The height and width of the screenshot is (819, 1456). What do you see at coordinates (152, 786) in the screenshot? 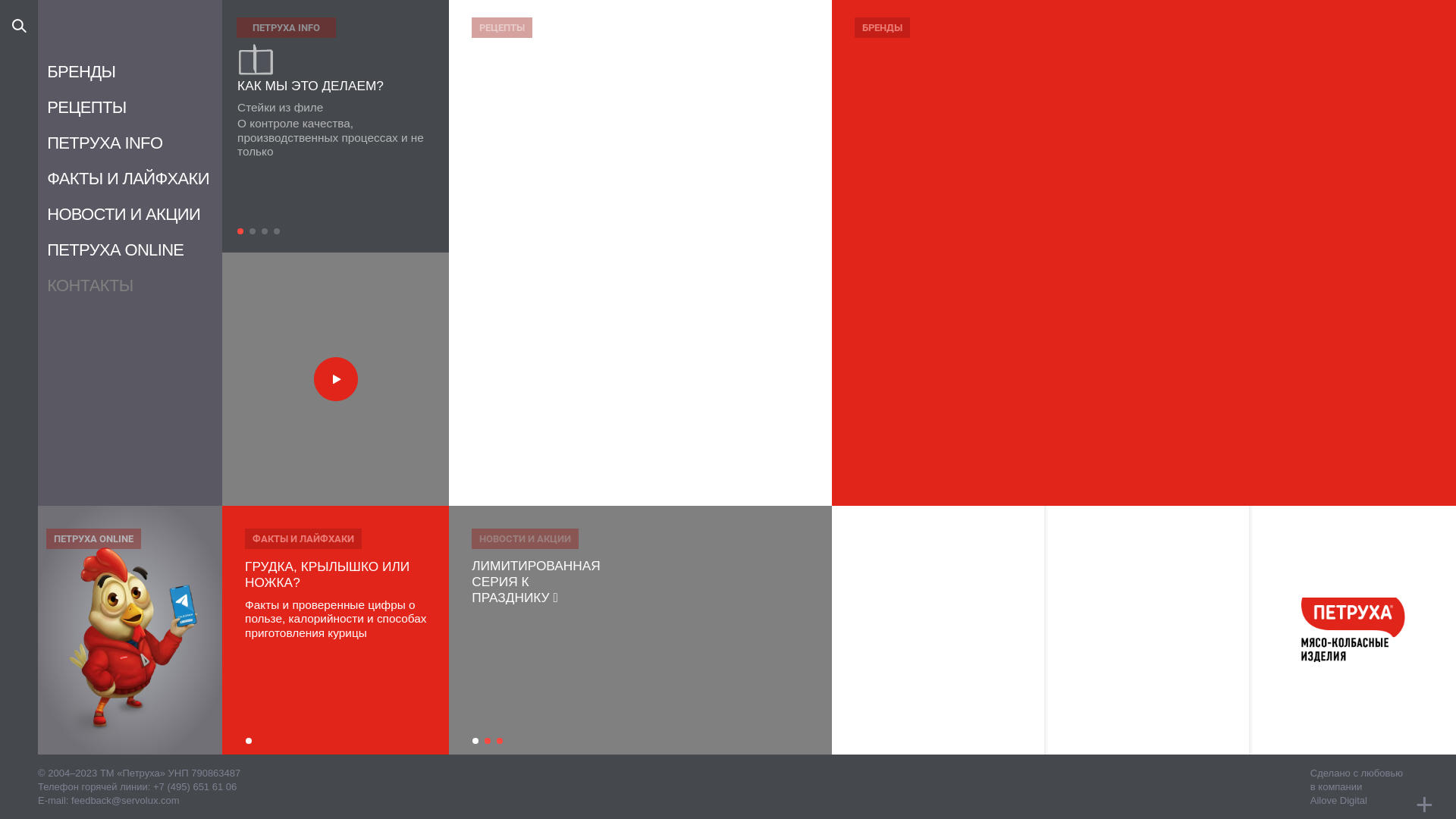
I see `'+7 (495) 651 61 06'` at bounding box center [152, 786].